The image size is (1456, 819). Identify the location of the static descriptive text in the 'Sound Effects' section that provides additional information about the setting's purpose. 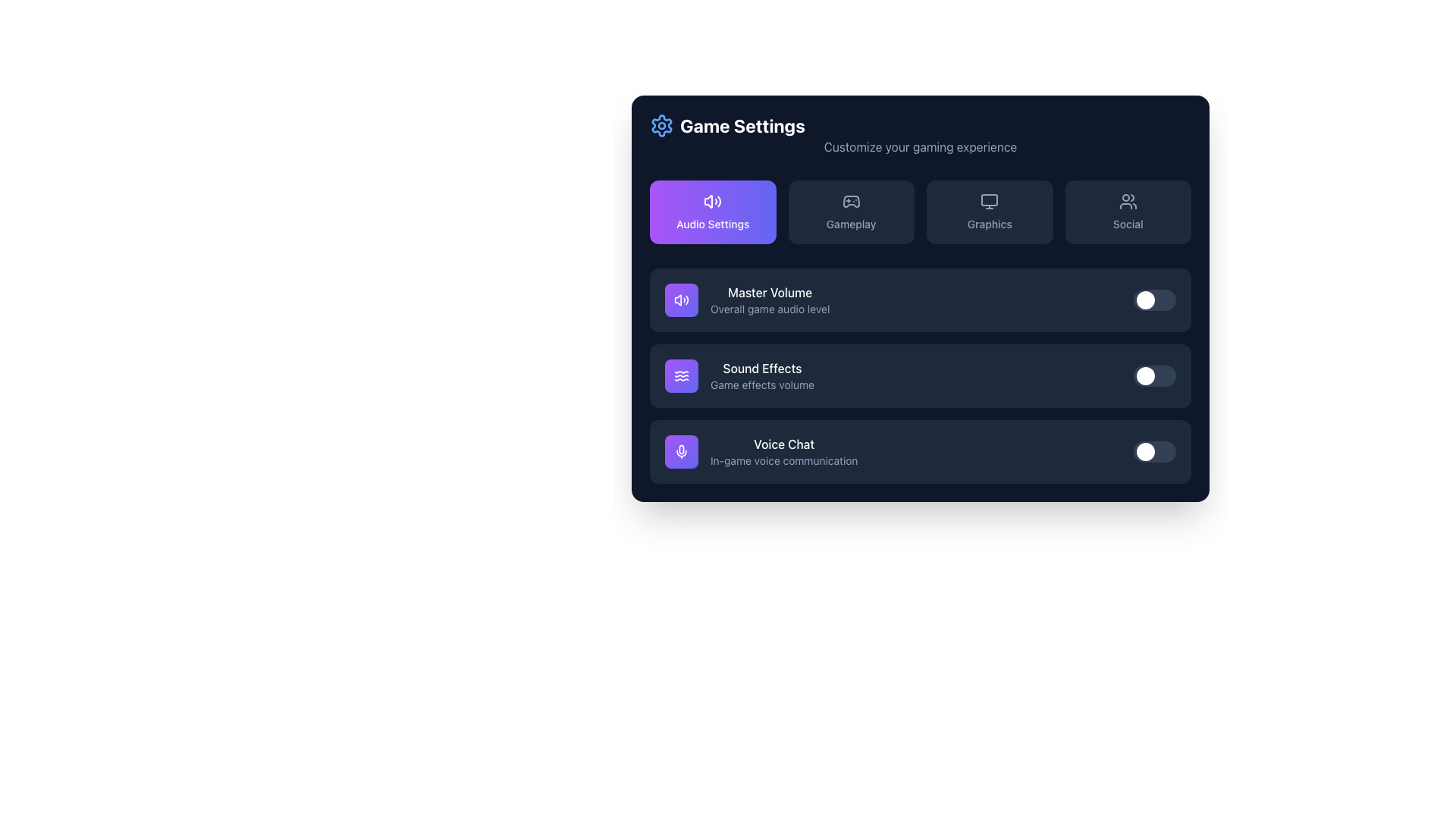
(762, 384).